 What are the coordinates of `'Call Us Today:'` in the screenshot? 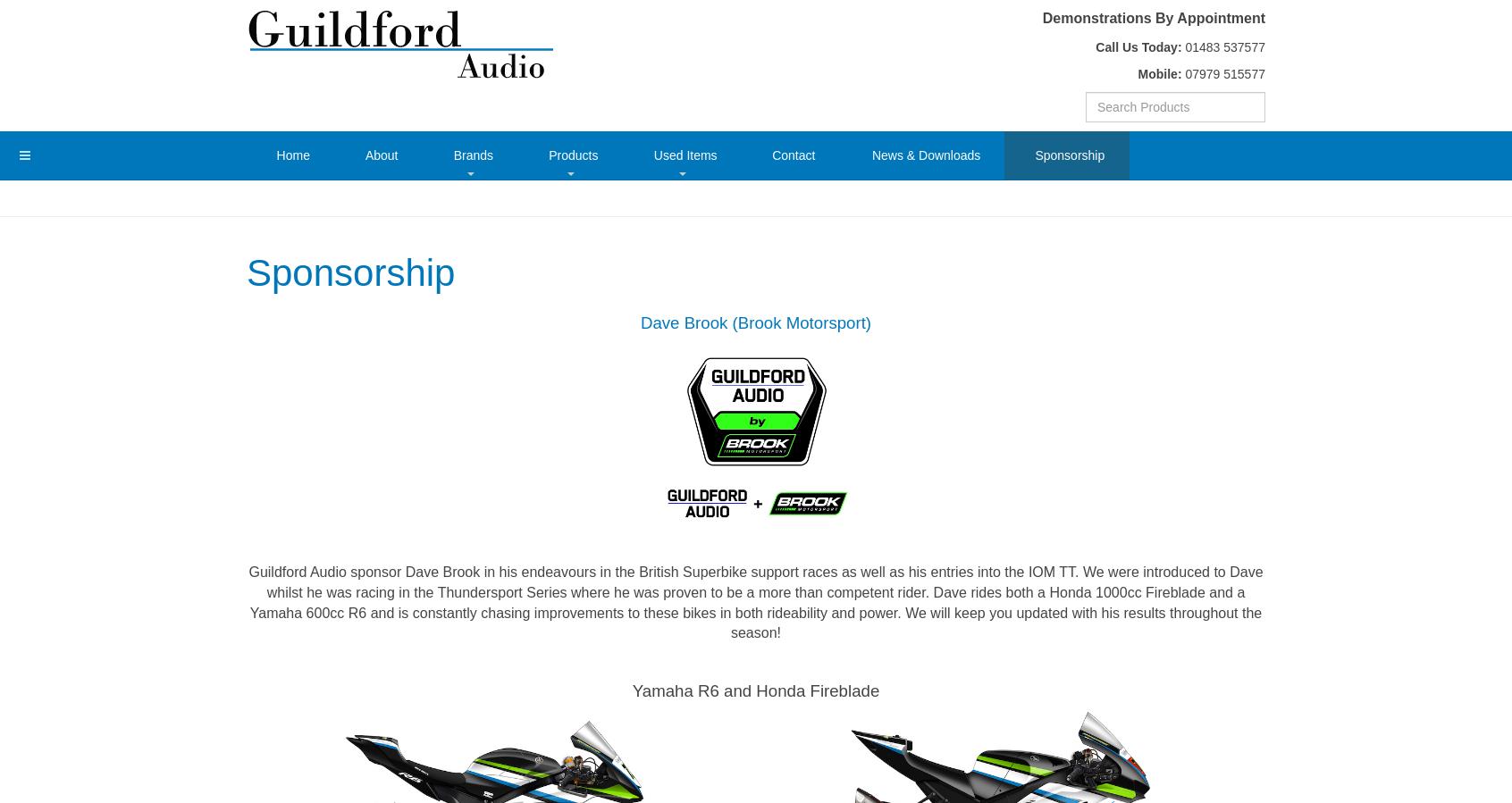 It's located at (1138, 45).